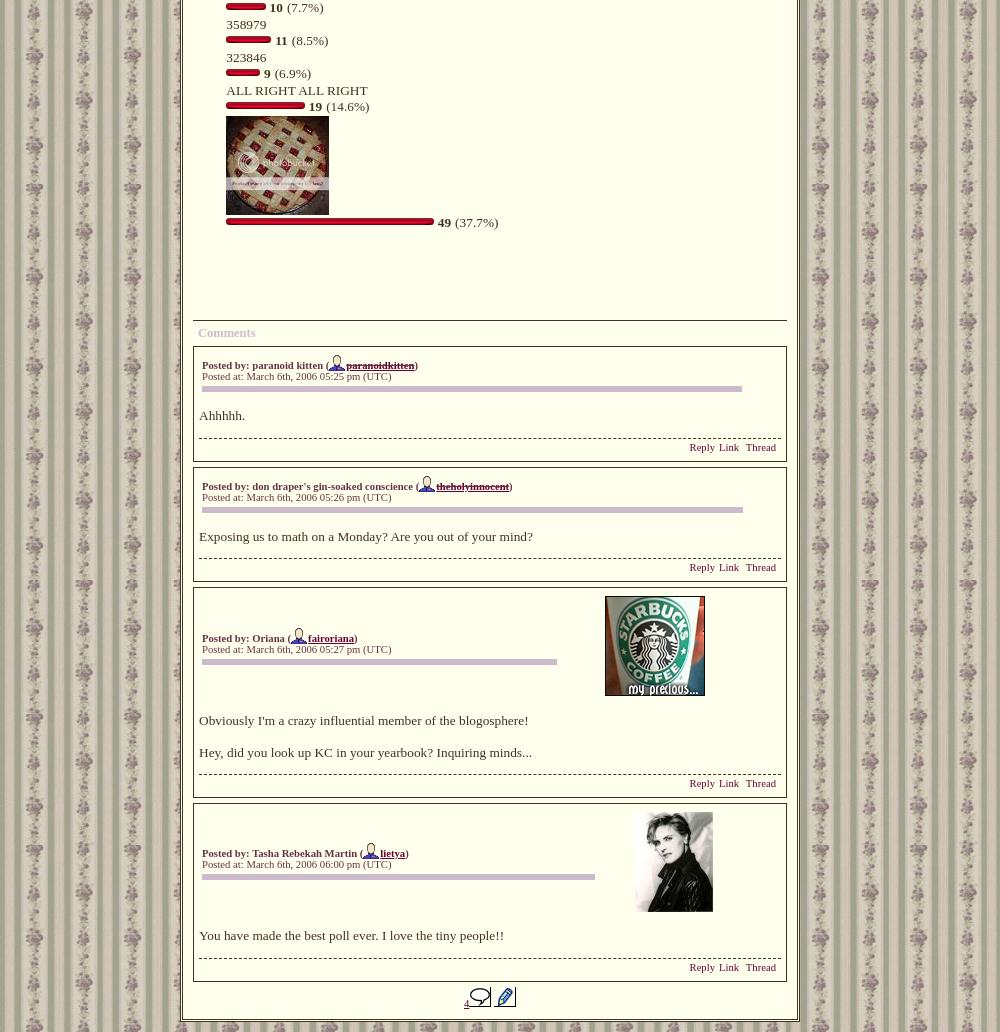 This screenshot has height=1032, width=1000. What do you see at coordinates (317, 495) in the screenshot?
I see `'March 6th, 2006 05:26 pm (UTC)'` at bounding box center [317, 495].